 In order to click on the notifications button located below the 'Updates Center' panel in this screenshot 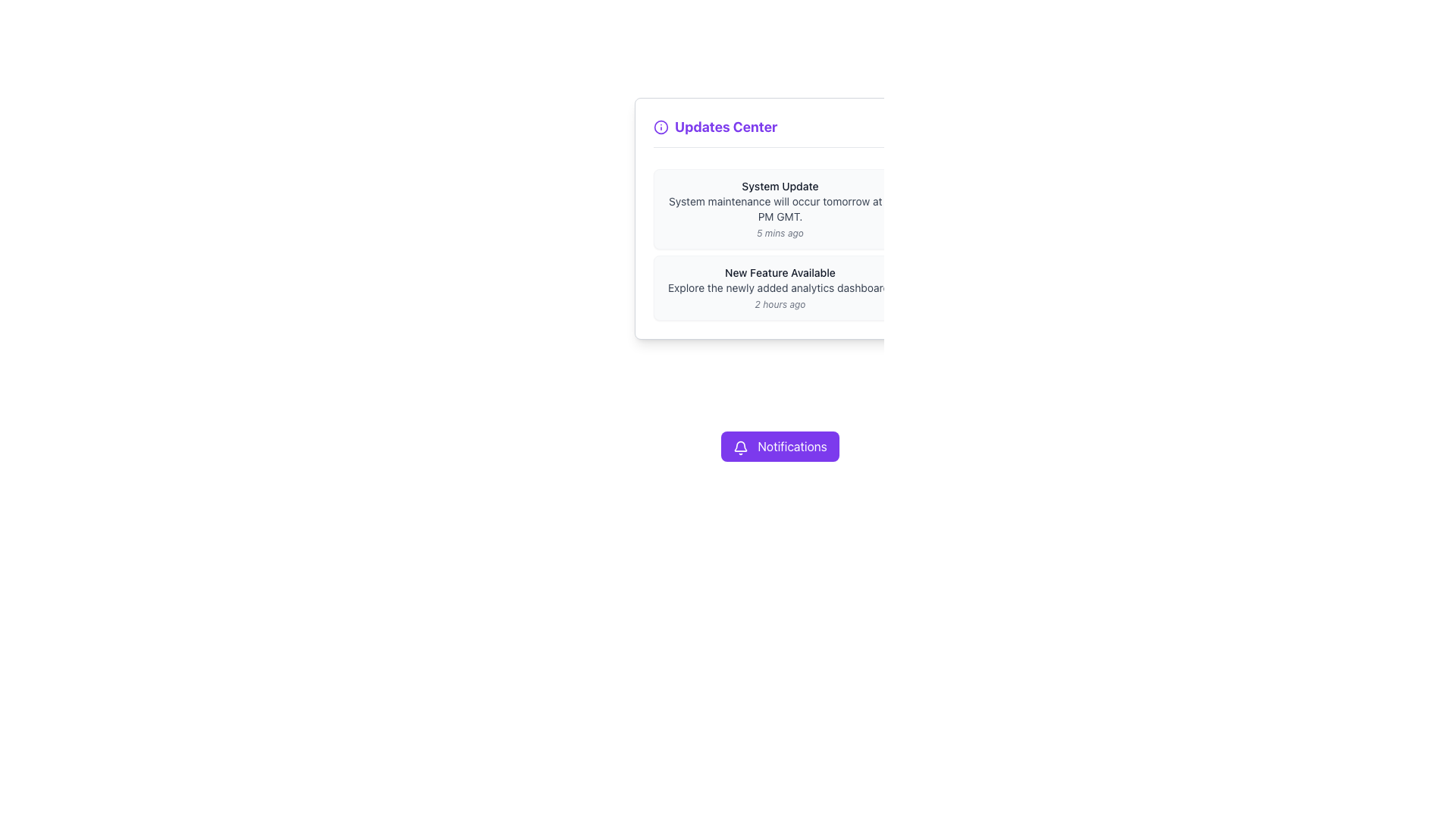, I will do `click(779, 446)`.